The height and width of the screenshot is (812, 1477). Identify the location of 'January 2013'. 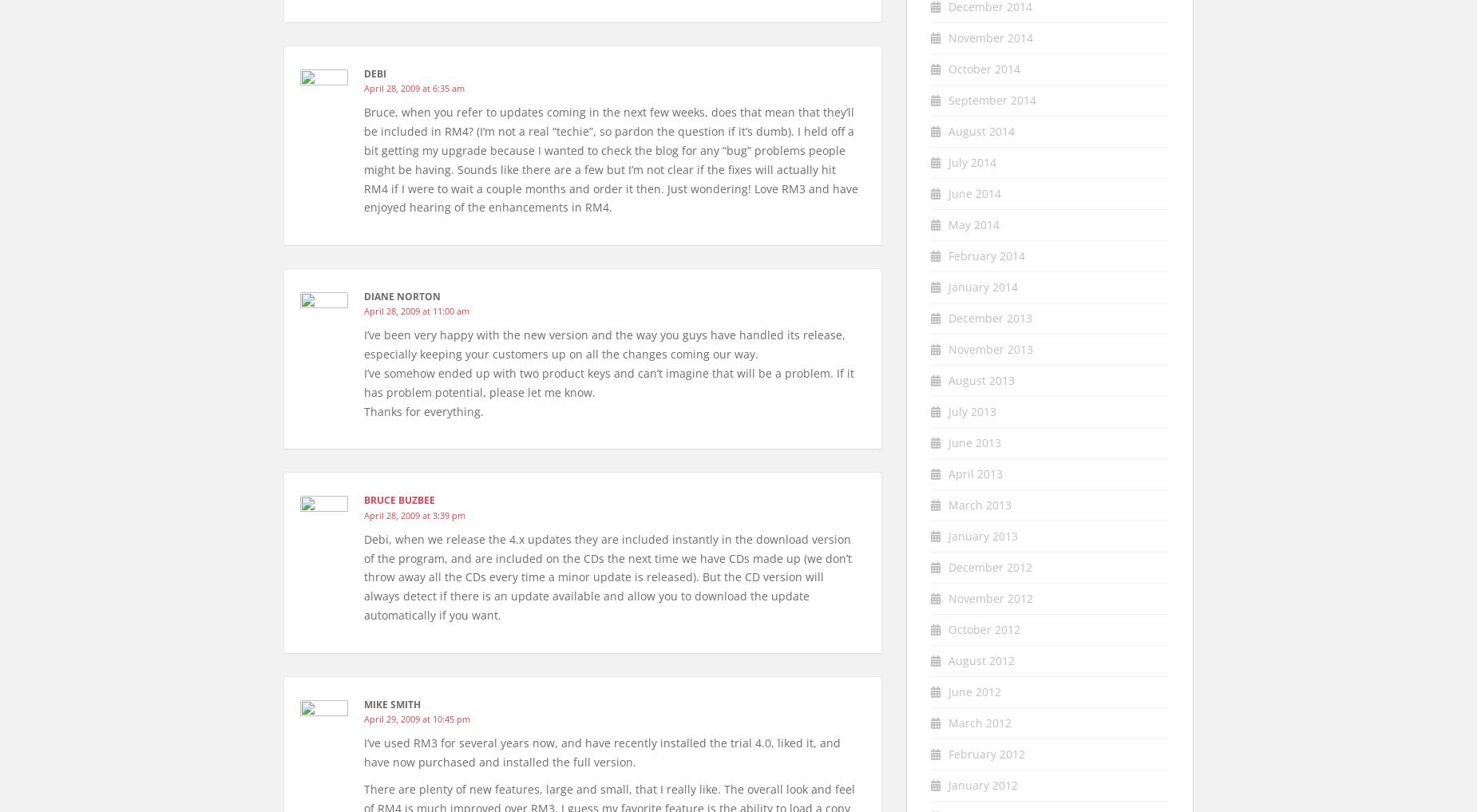
(982, 535).